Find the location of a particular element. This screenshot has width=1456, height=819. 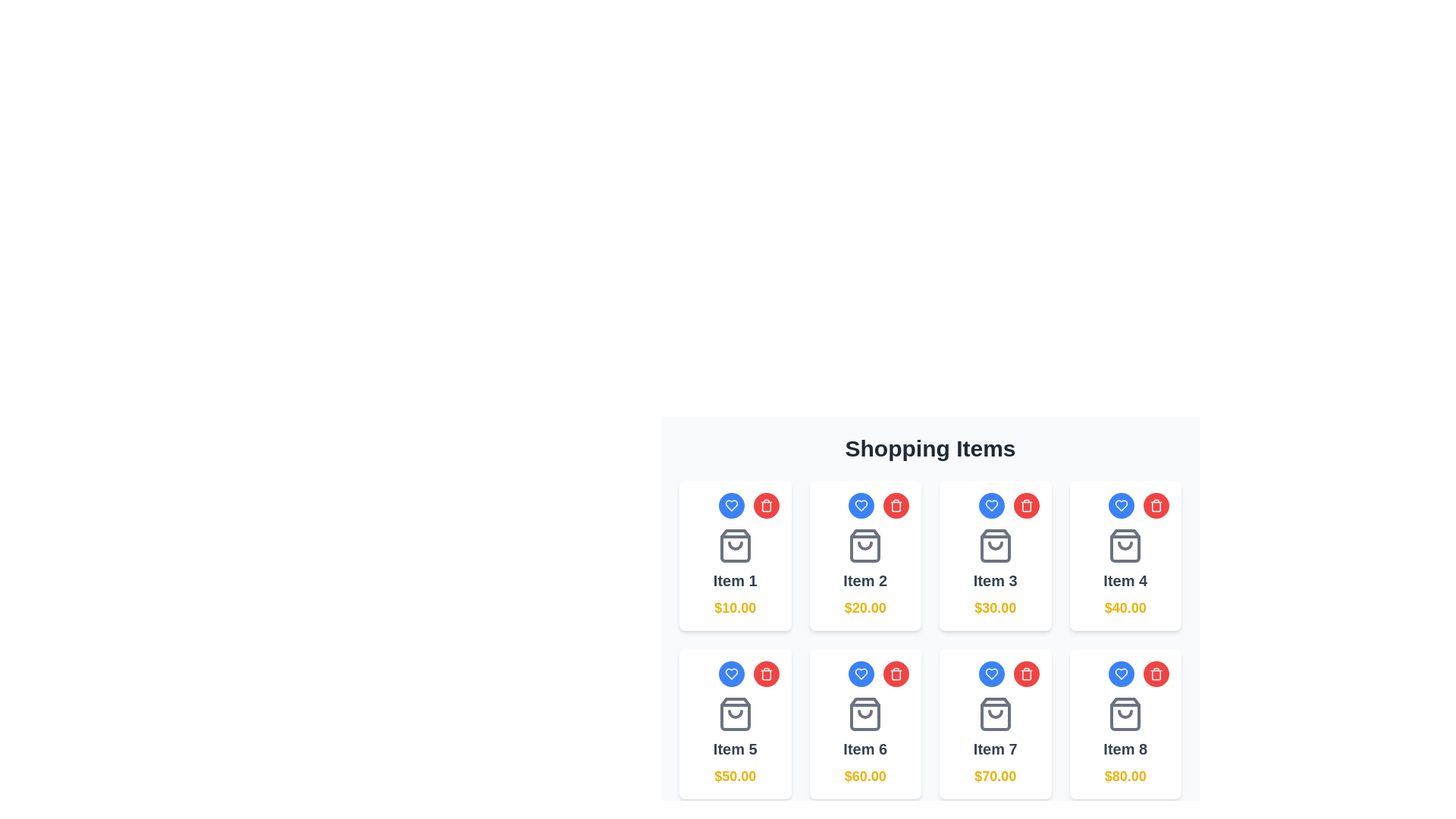

the circular blue button with a white heart outline located is located at coordinates (861, 673).